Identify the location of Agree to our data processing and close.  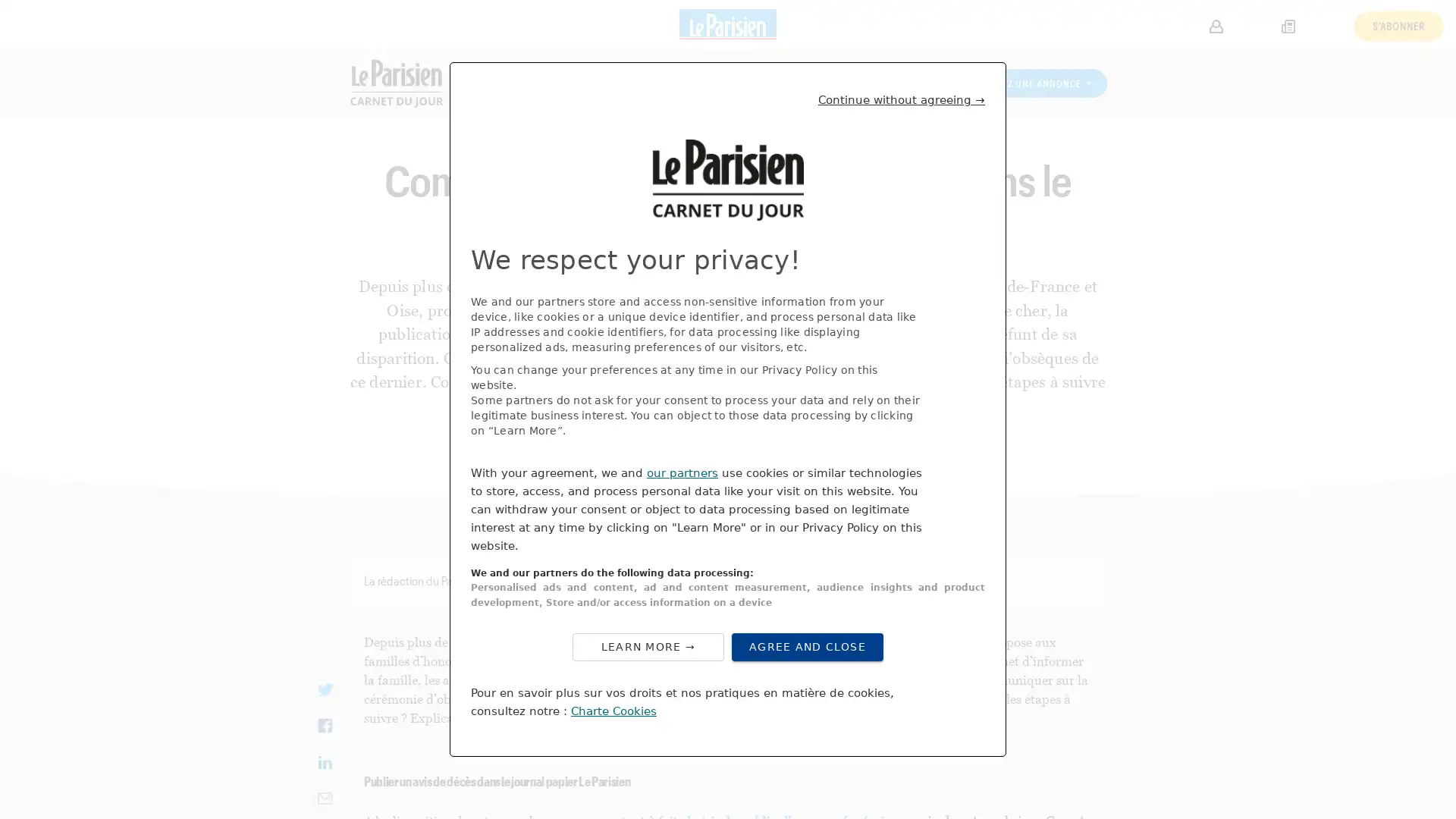
(807, 646).